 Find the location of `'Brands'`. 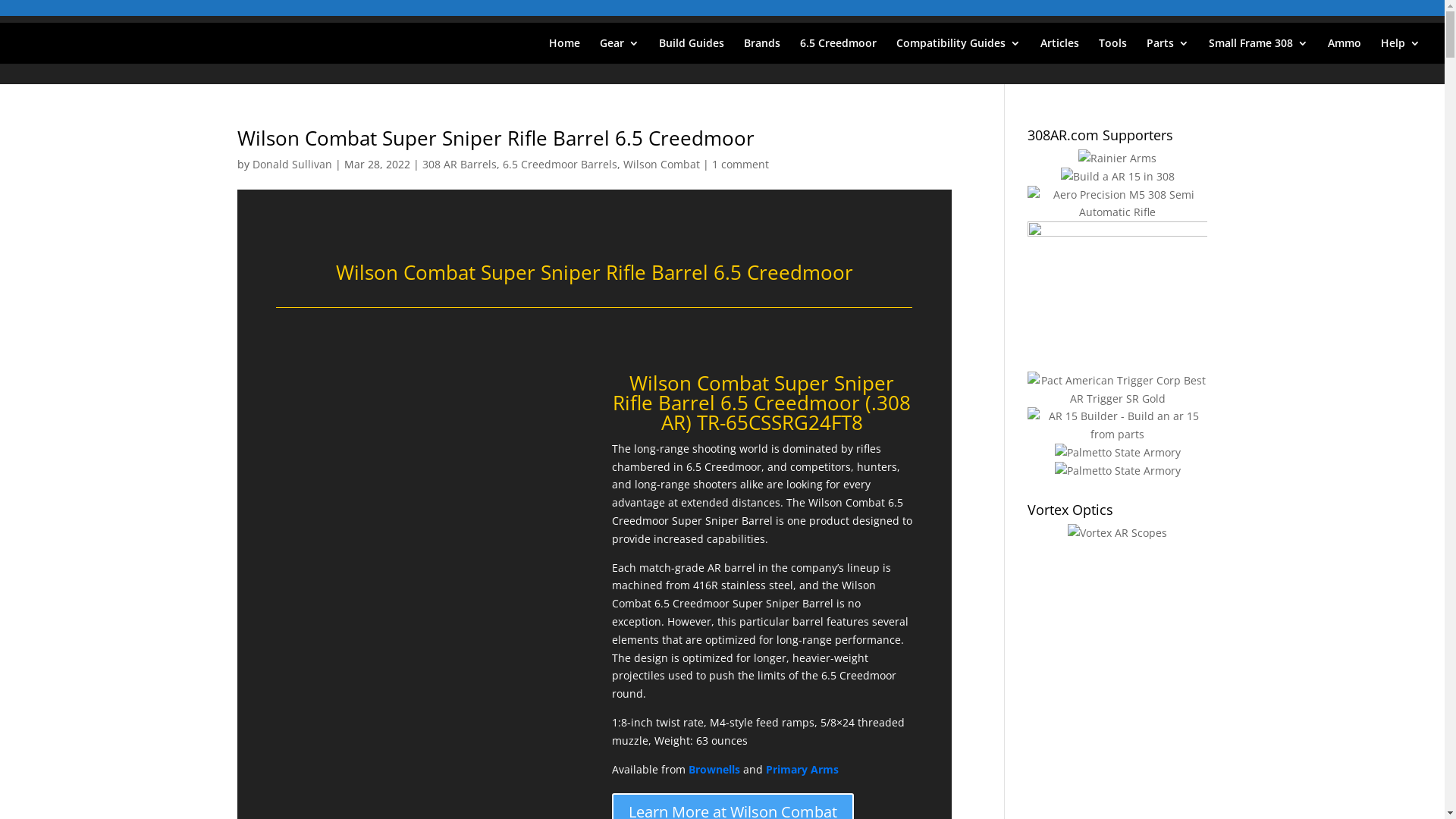

'Brands' is located at coordinates (761, 49).